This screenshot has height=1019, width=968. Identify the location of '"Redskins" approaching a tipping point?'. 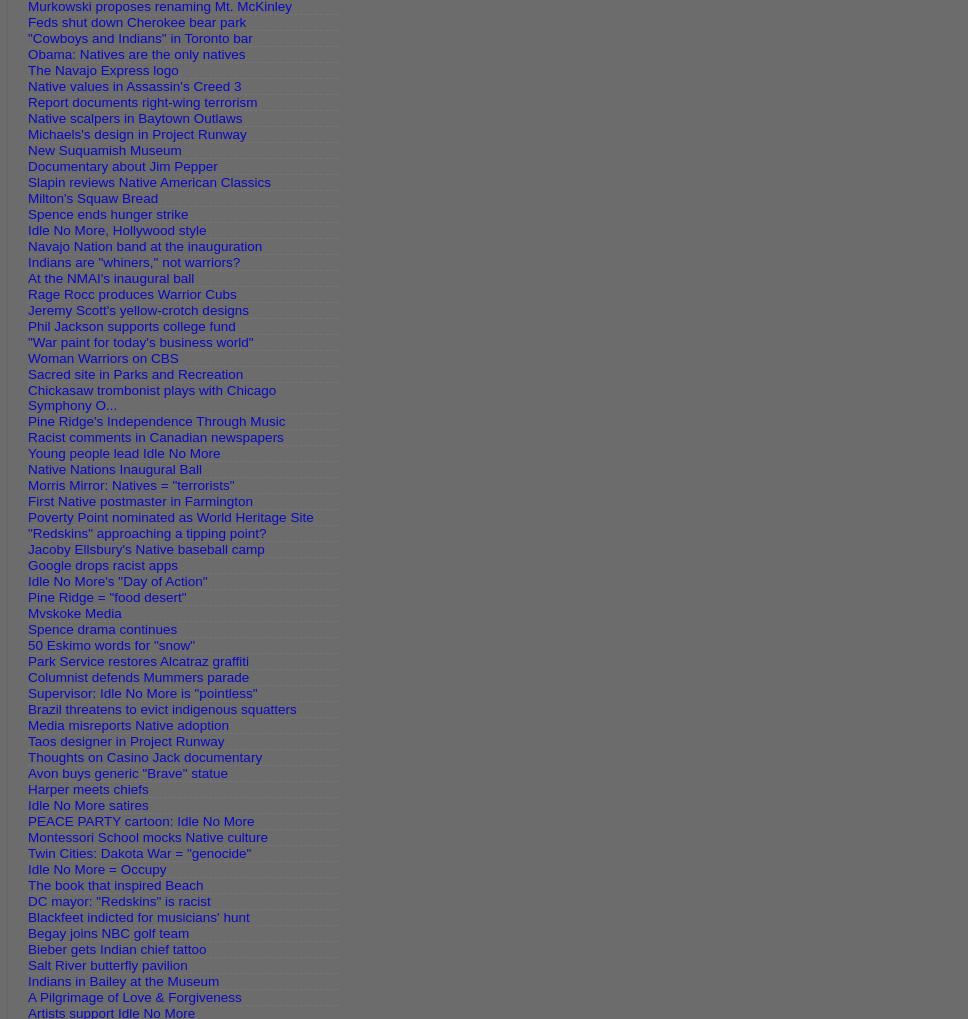
(146, 533).